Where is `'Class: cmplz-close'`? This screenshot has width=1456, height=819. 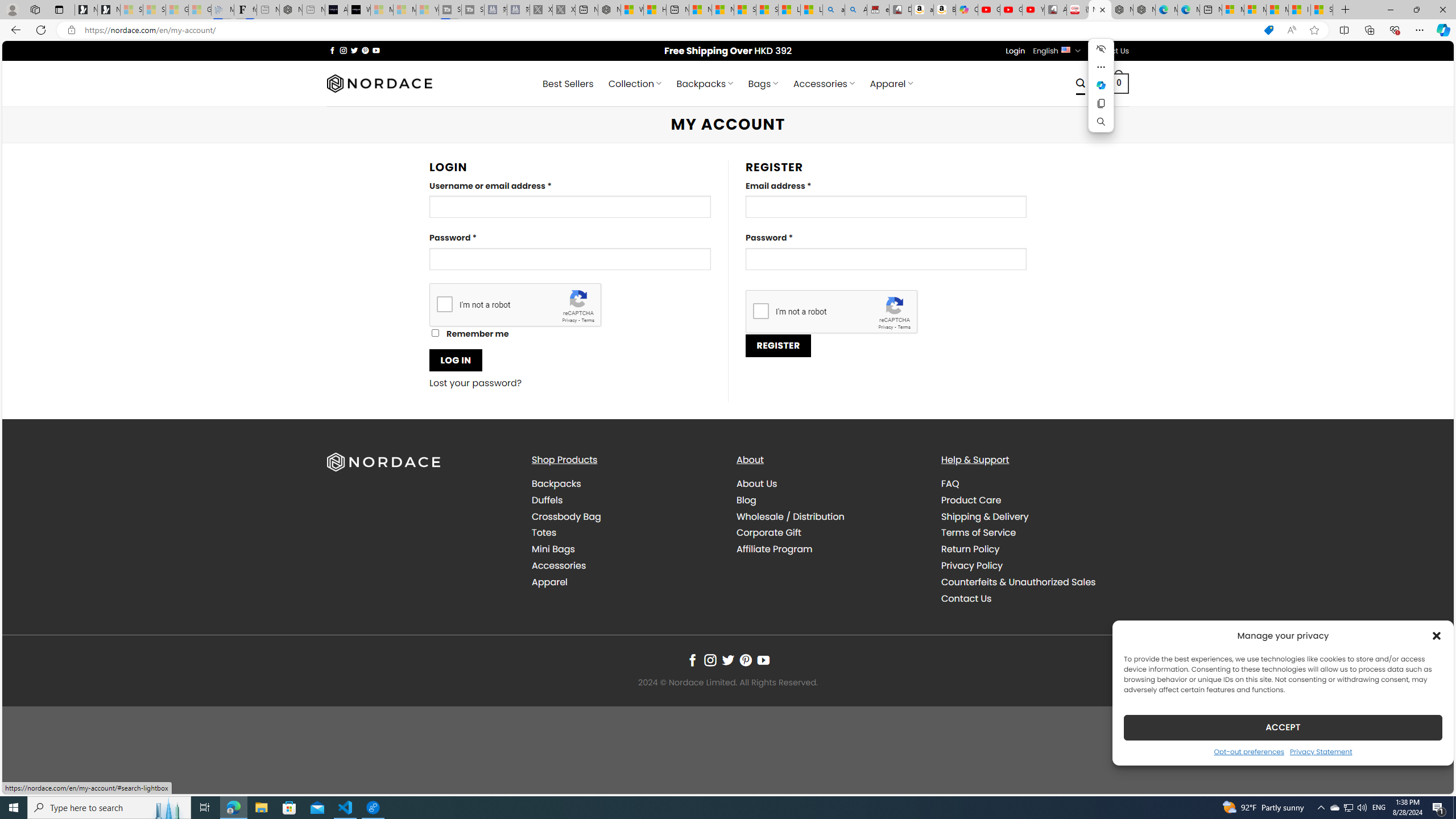 'Class: cmplz-close' is located at coordinates (1437, 635).